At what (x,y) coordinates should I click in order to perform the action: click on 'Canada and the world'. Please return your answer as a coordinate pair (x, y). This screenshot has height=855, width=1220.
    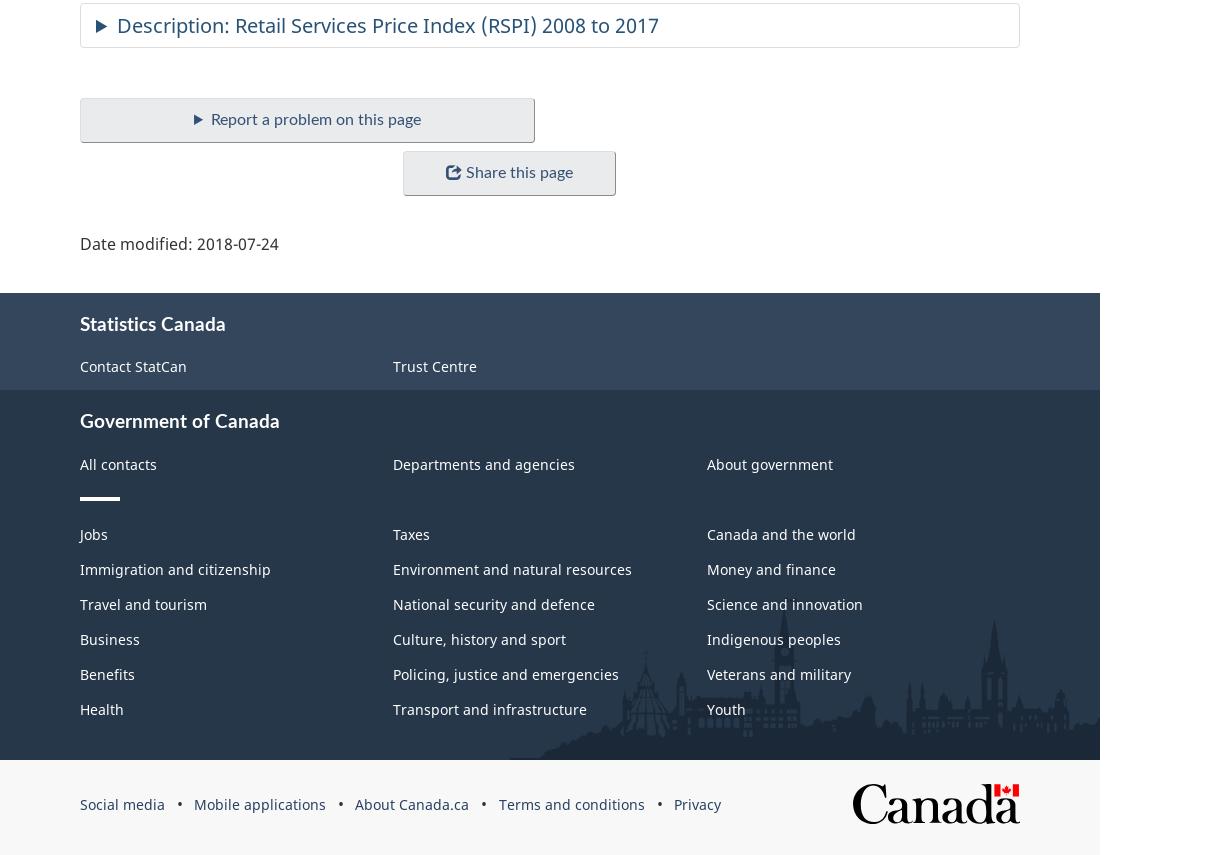
    Looking at the image, I should click on (705, 533).